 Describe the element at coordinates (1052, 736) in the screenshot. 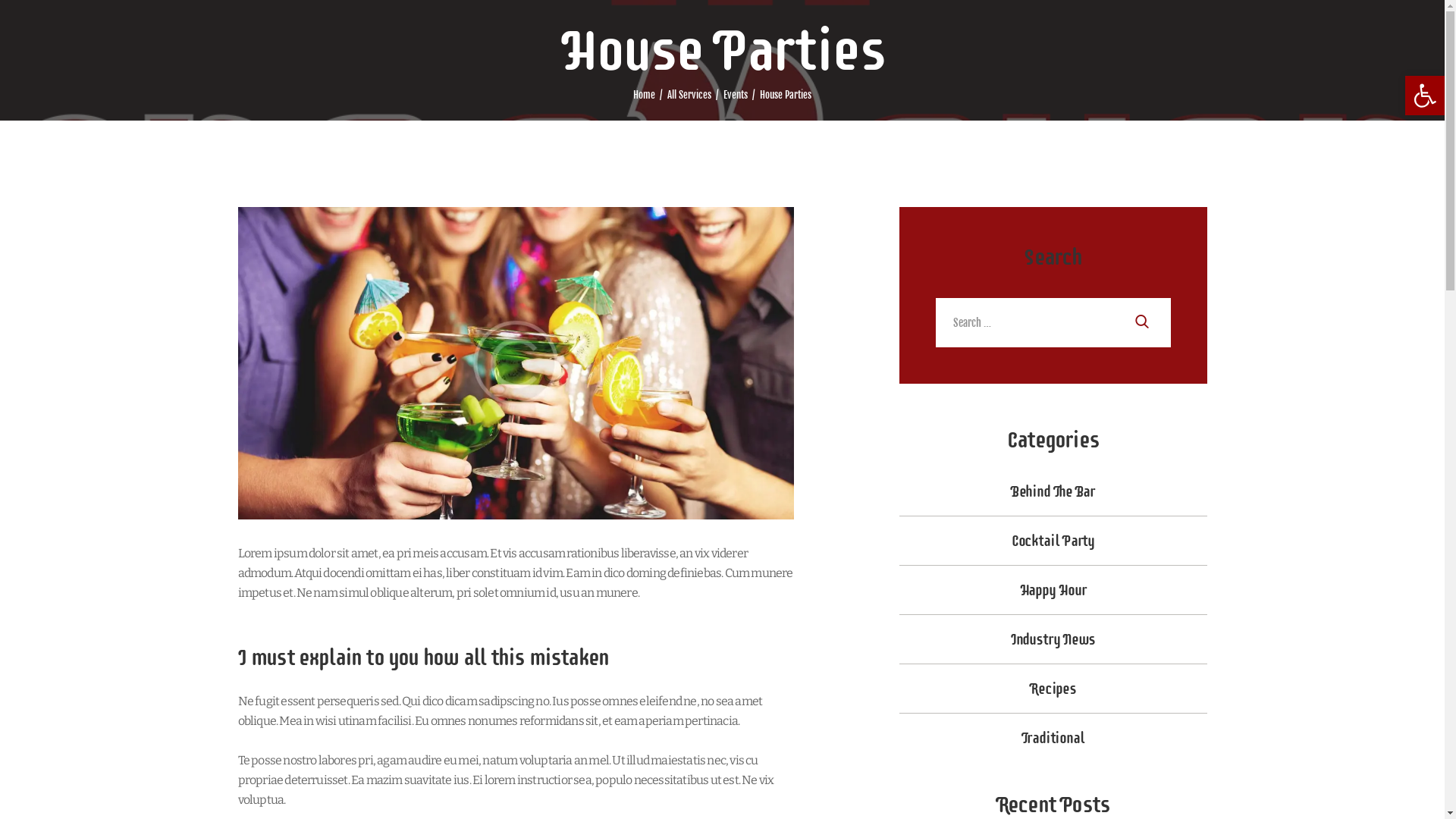

I see `'Traditional'` at that location.